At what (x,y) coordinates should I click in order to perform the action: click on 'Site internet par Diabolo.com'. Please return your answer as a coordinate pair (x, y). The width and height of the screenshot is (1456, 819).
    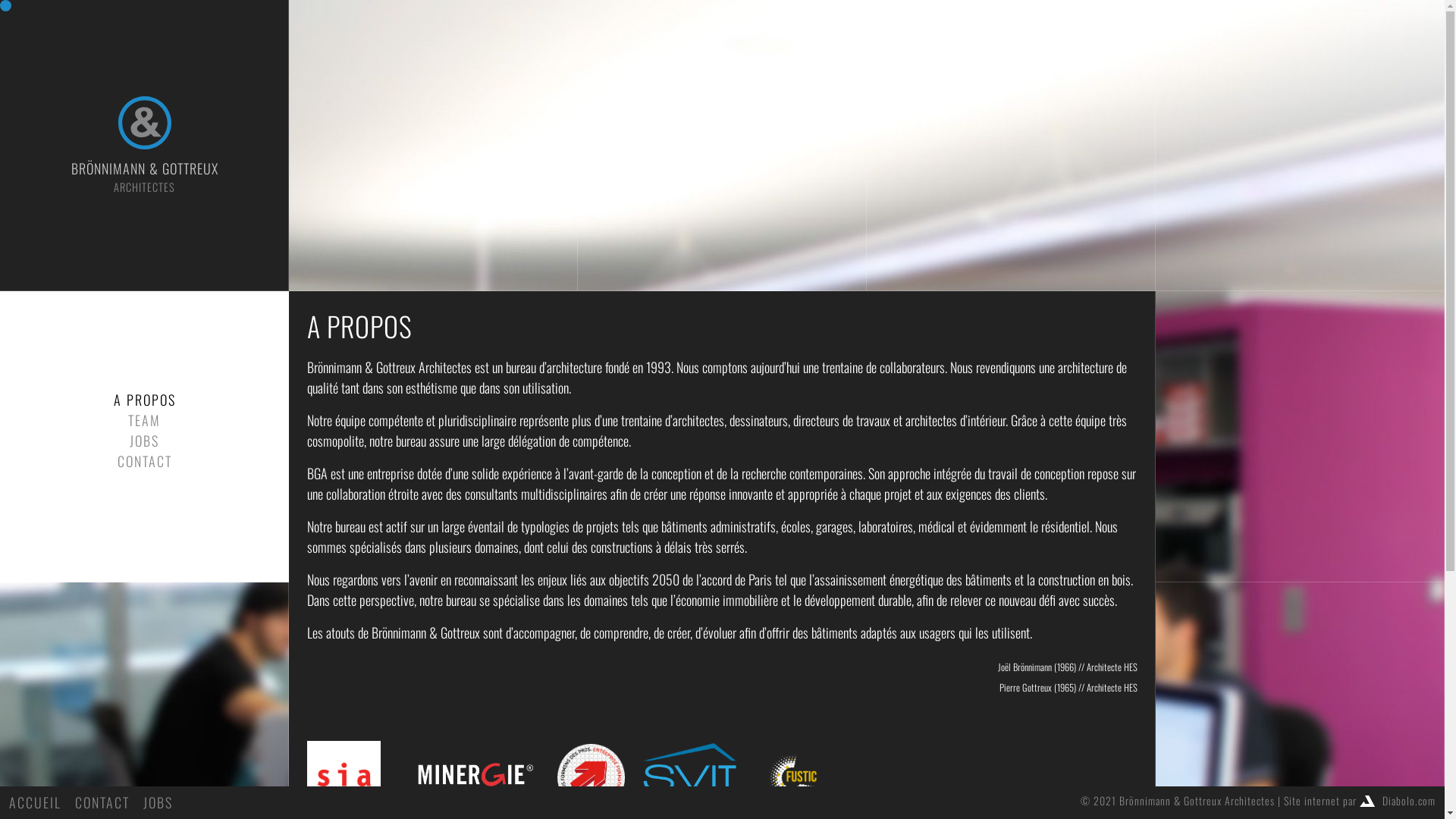
    Looking at the image, I should click on (1360, 799).